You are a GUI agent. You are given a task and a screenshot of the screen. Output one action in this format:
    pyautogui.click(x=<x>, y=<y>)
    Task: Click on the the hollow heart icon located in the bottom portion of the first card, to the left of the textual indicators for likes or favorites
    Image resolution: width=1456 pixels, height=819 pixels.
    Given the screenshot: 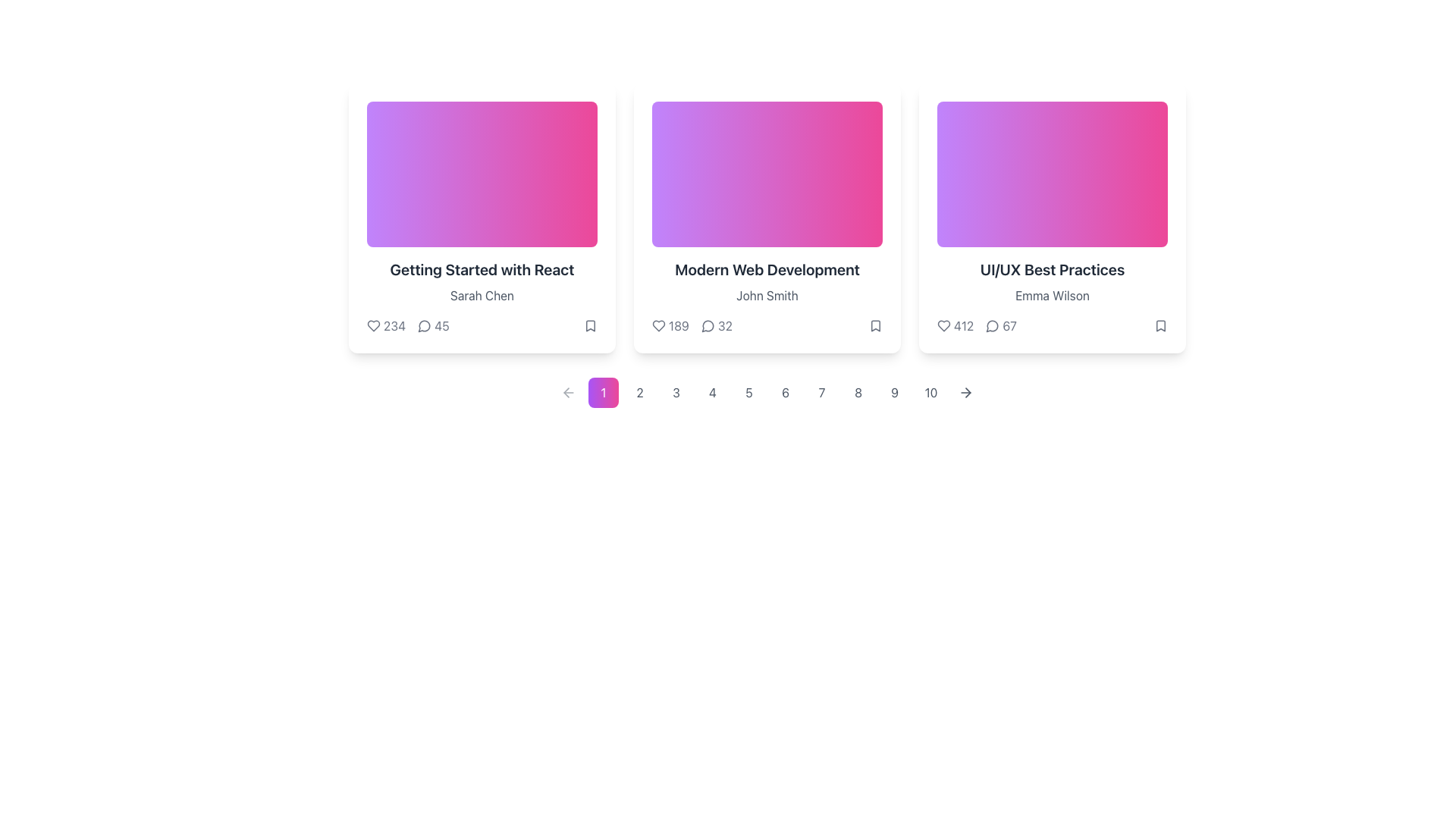 What is the action you would take?
    pyautogui.click(x=374, y=325)
    